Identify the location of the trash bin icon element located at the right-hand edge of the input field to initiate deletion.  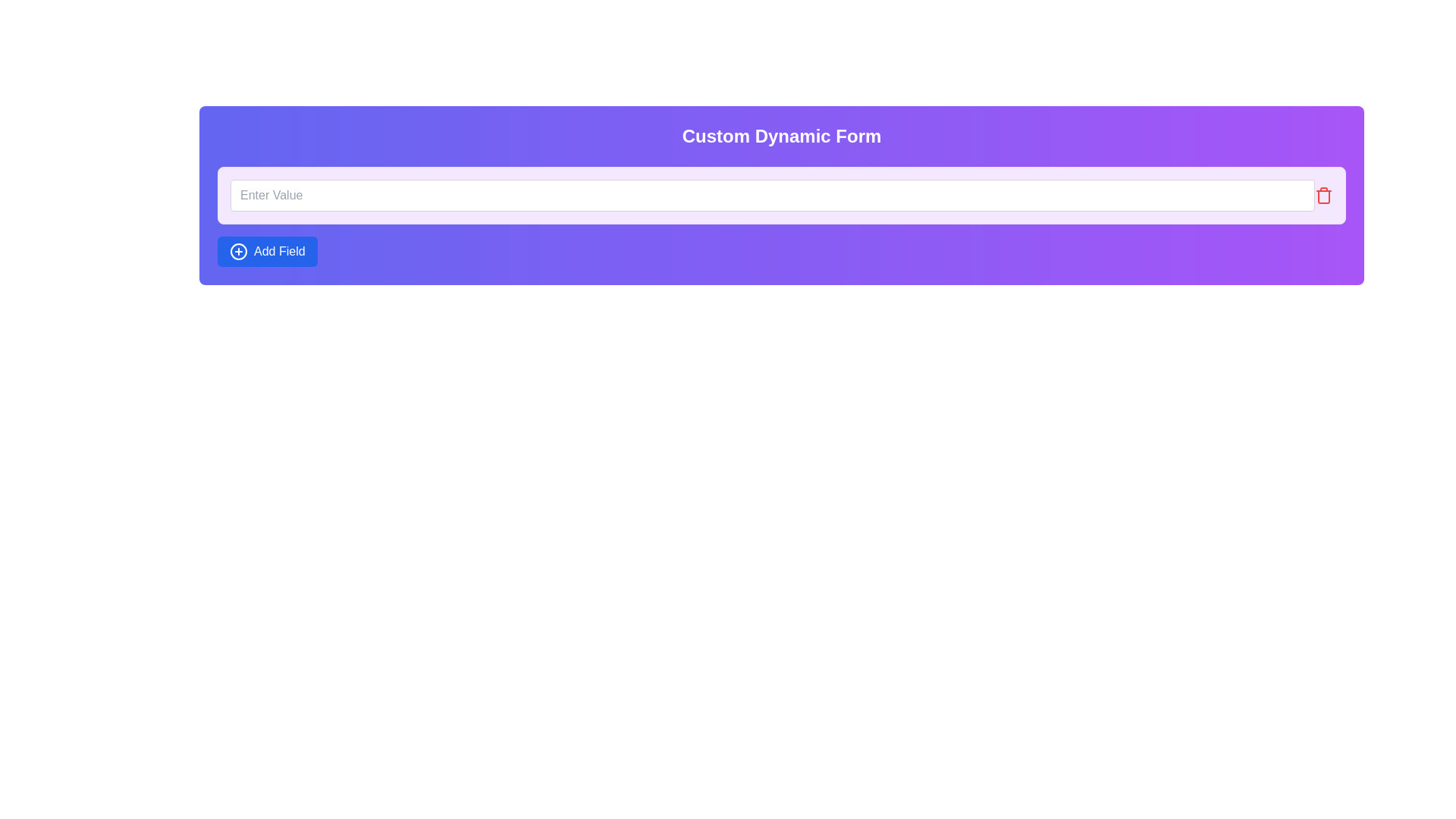
(1323, 196).